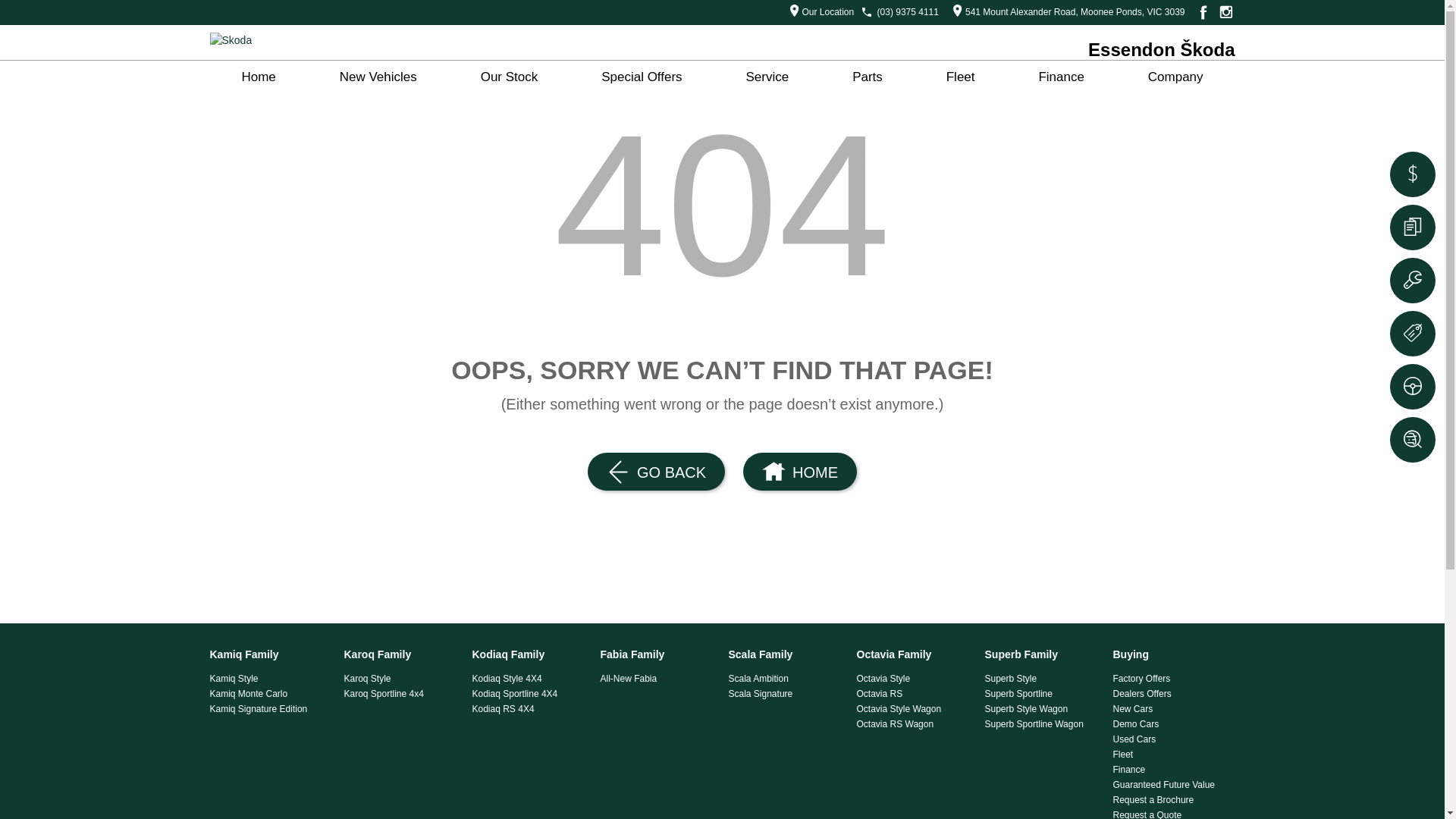 This screenshot has height=819, width=1456. What do you see at coordinates (529, 708) in the screenshot?
I see `'Kodiaq RS 4X4'` at bounding box center [529, 708].